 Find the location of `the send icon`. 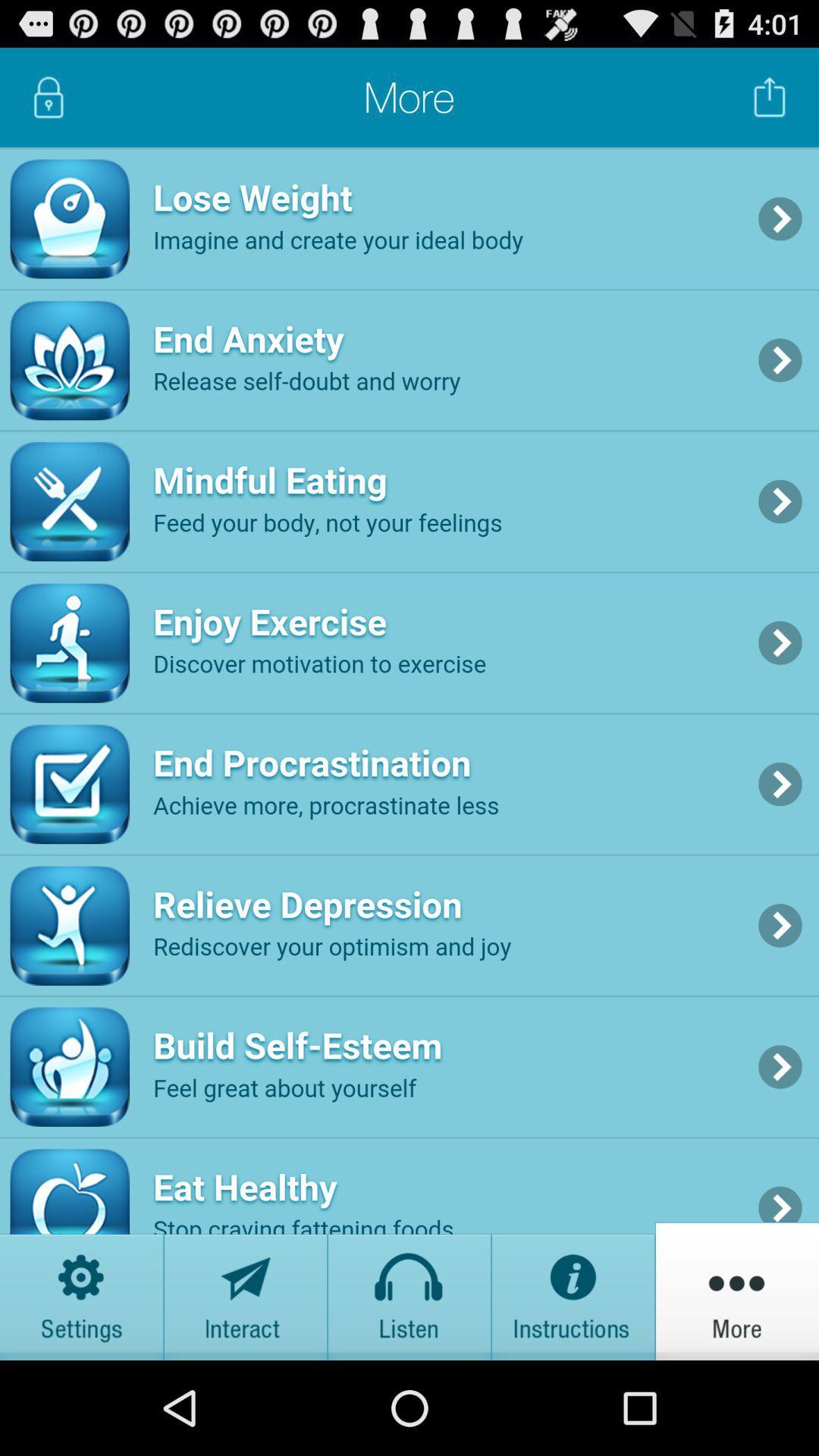

the send icon is located at coordinates (245, 1381).